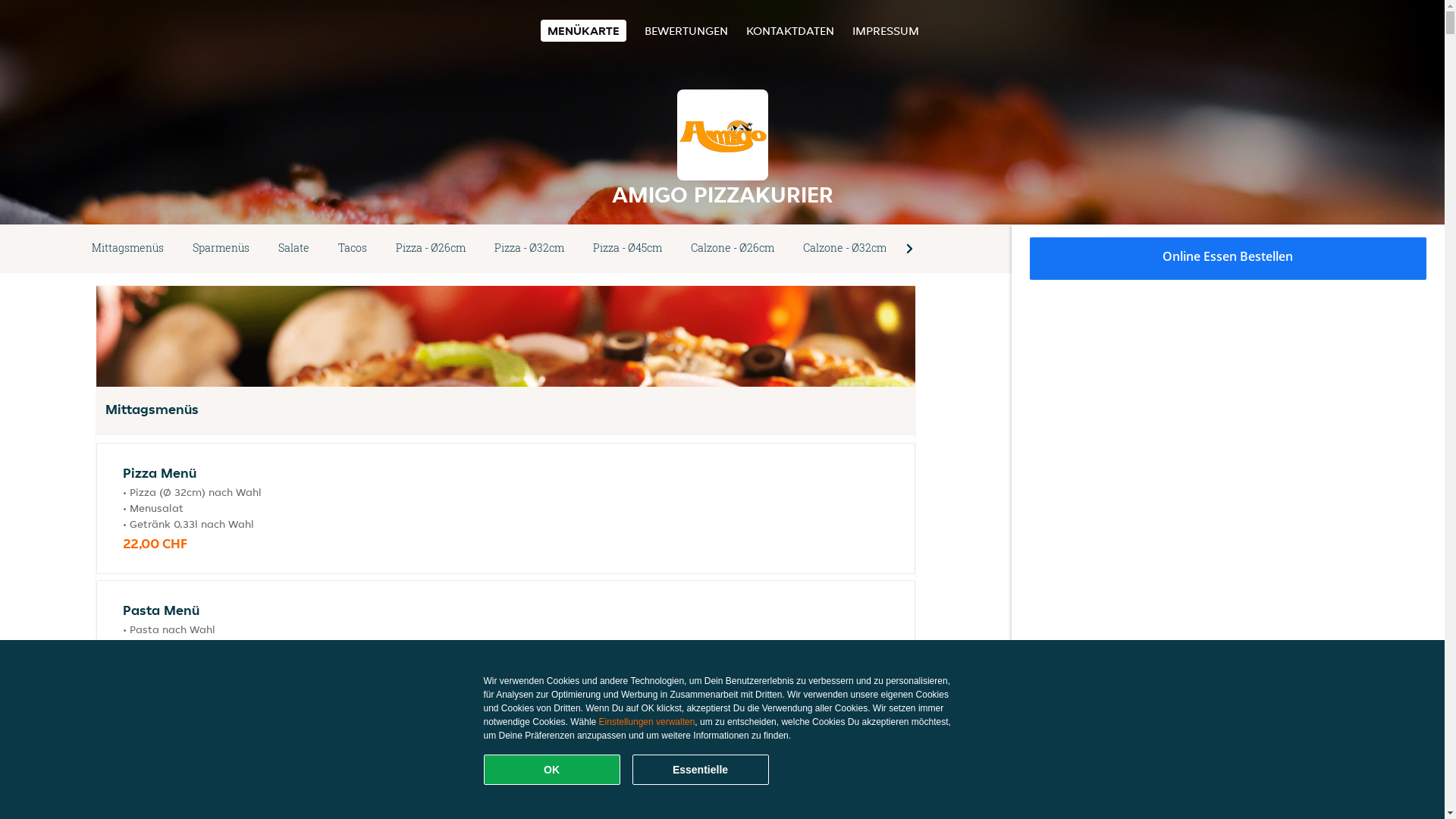 Image resolution: width=1456 pixels, height=819 pixels. I want to click on 'BEWERTUNGEN', so click(686, 30).